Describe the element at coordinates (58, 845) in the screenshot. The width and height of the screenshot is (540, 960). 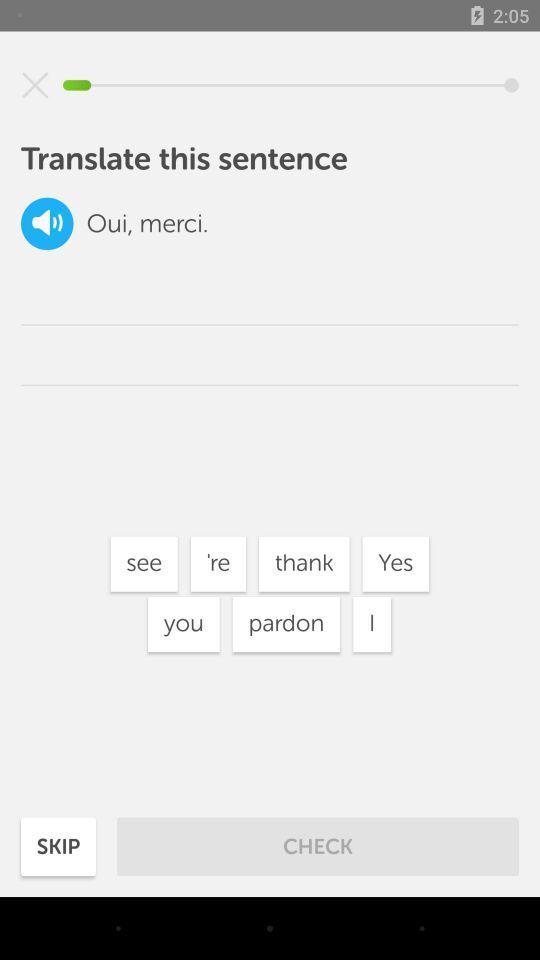
I see `the skip item` at that location.